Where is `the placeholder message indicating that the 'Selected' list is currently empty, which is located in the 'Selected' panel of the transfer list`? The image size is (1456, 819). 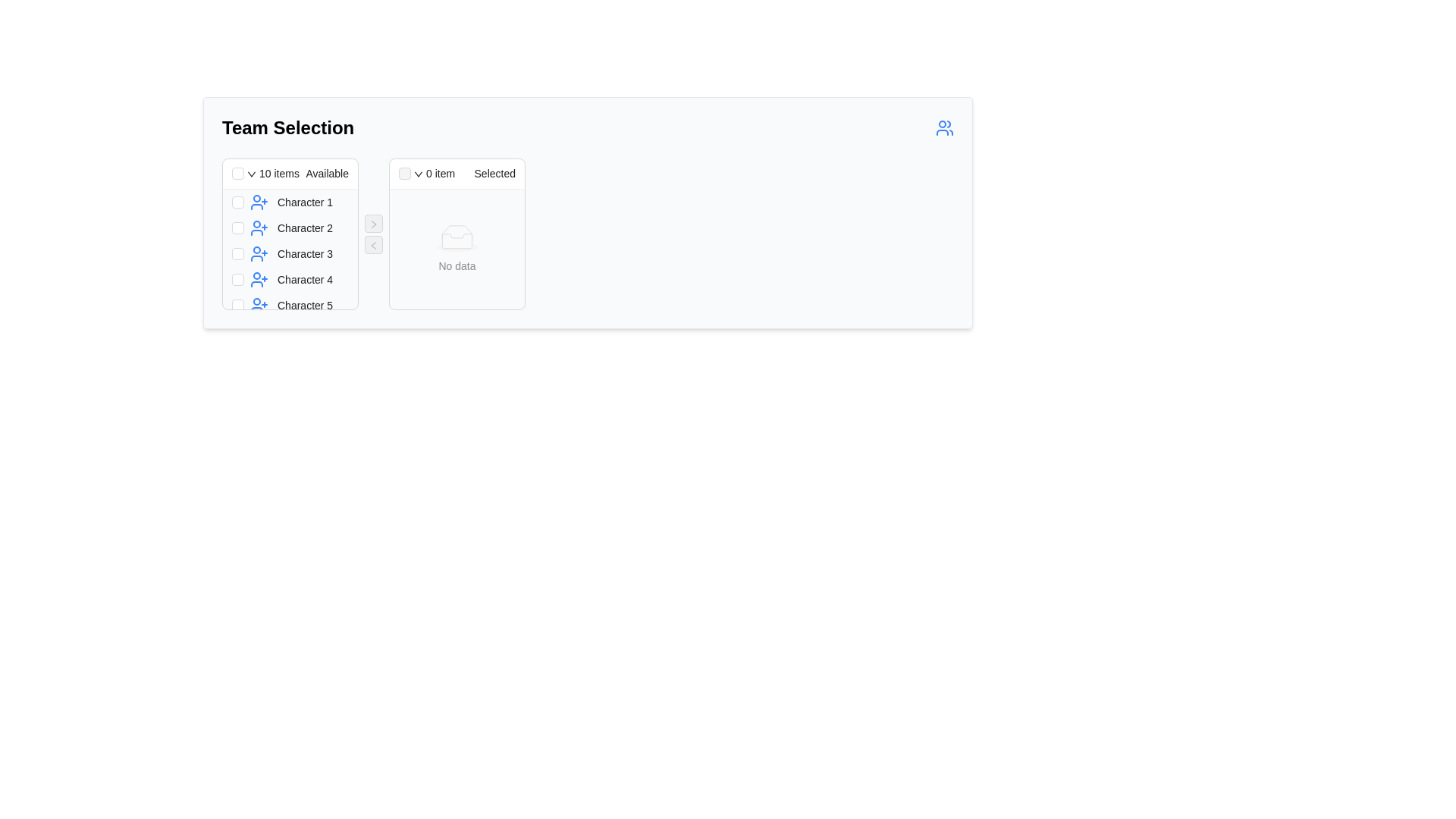
the placeholder message indicating that the 'Selected' list is currently empty, which is located in the 'Selected' panel of the transfer list is located at coordinates (457, 248).